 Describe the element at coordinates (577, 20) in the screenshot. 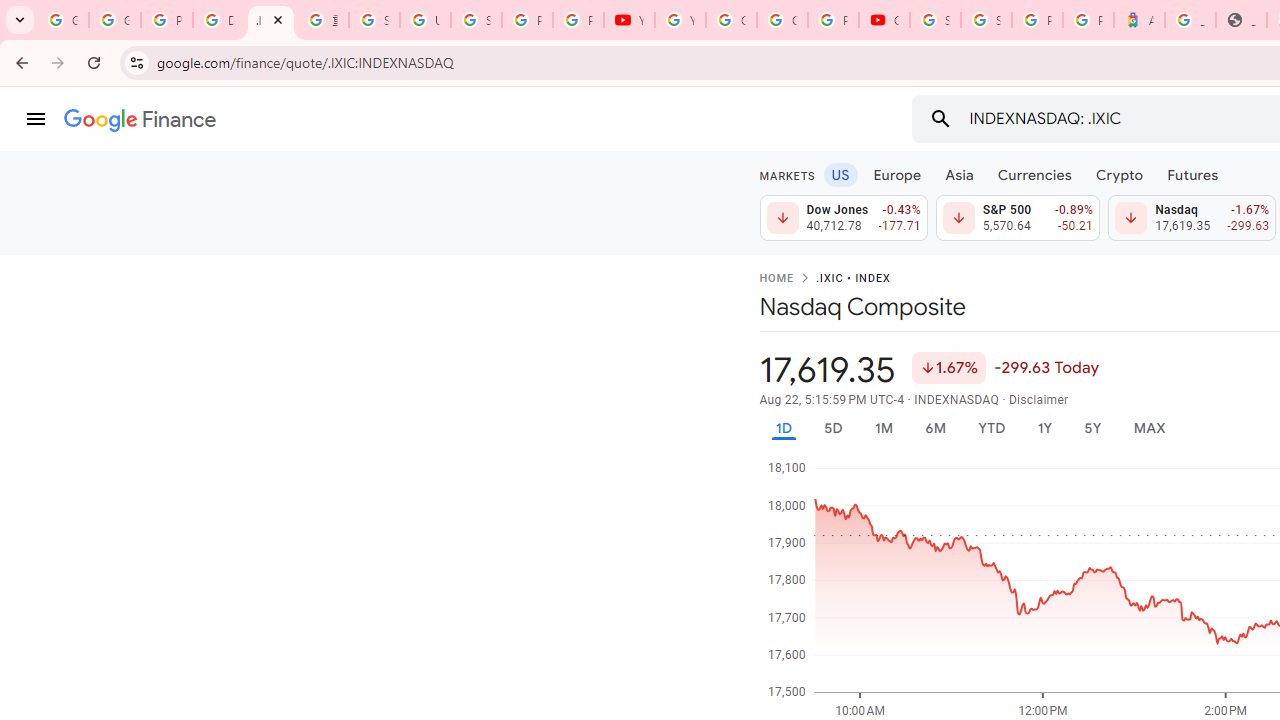

I see `'Privacy Checkup'` at that location.